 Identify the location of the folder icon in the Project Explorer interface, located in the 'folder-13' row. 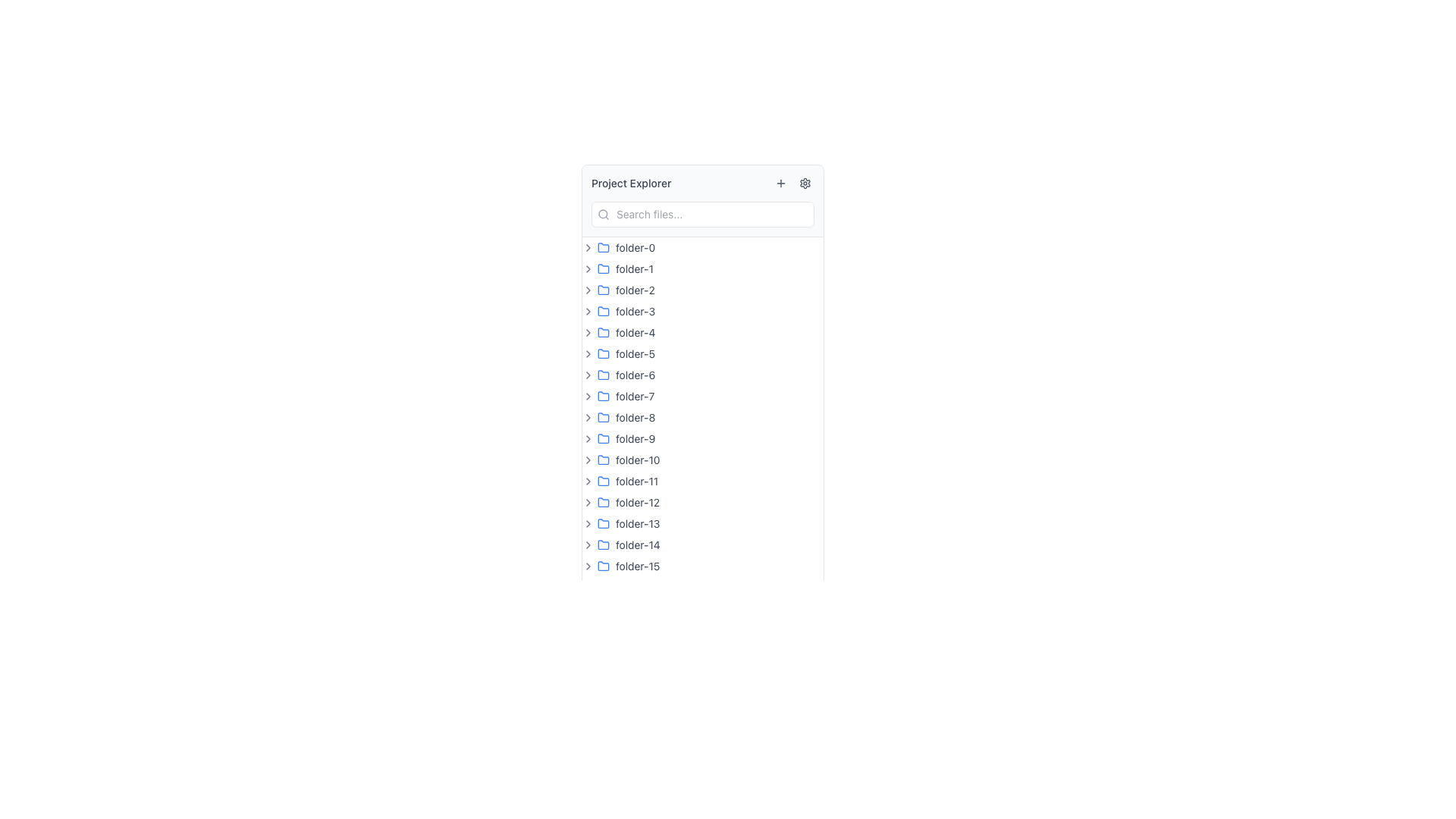
(603, 522).